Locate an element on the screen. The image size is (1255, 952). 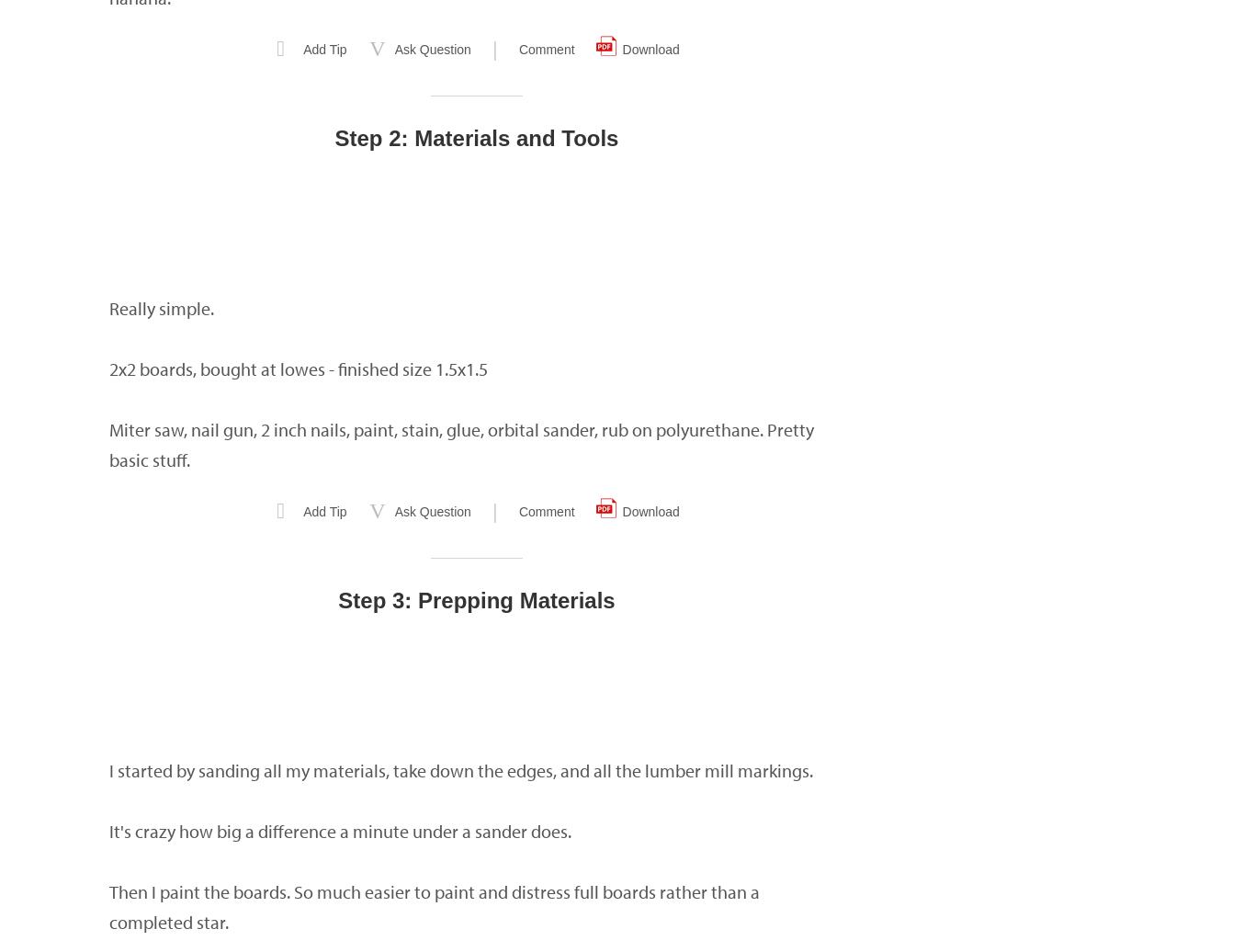
'I started by sanding all my materials, take down the edges, and all the lumber mill markings.' is located at coordinates (461, 770).